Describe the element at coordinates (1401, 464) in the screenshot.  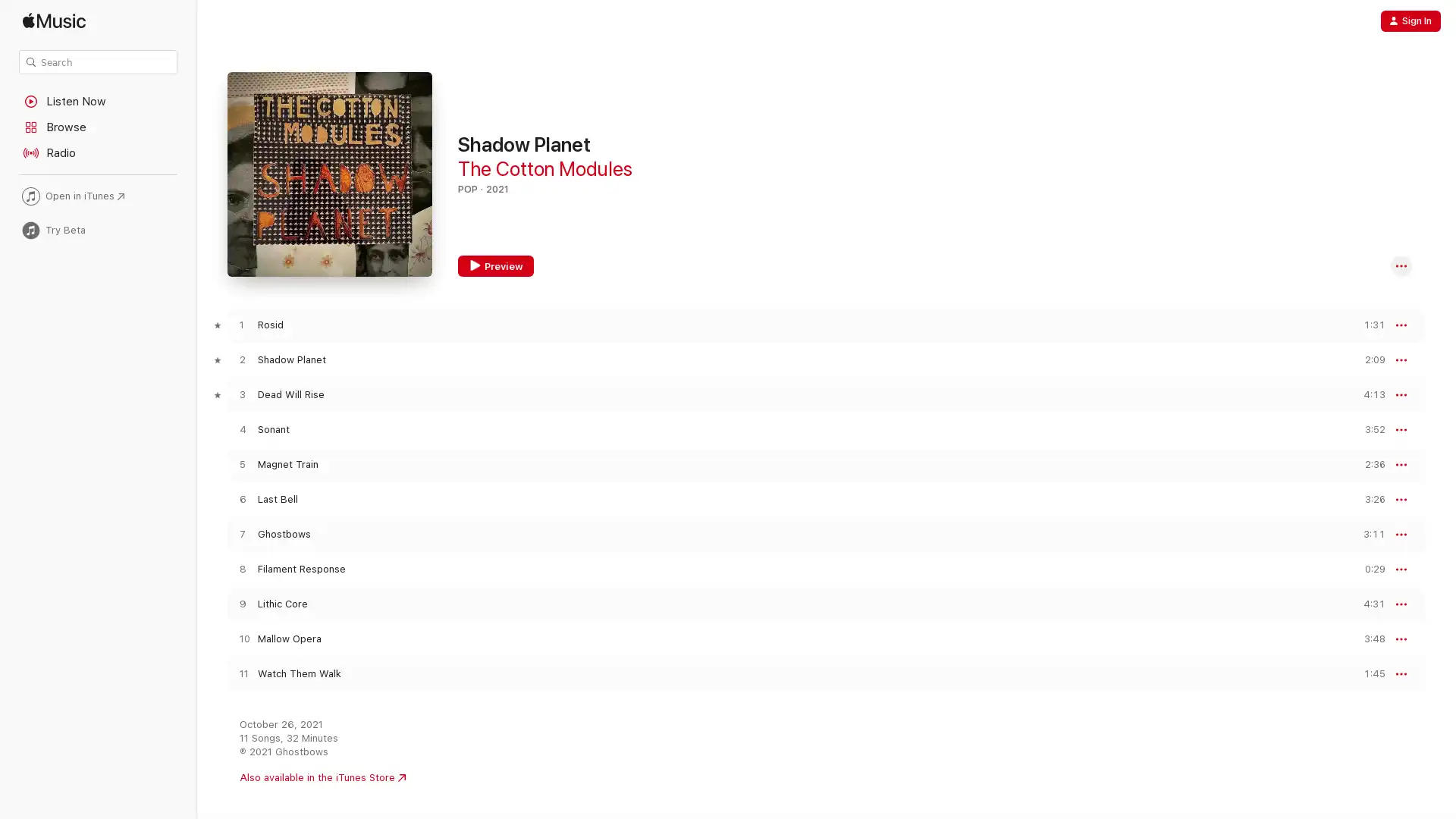
I see `More` at that location.